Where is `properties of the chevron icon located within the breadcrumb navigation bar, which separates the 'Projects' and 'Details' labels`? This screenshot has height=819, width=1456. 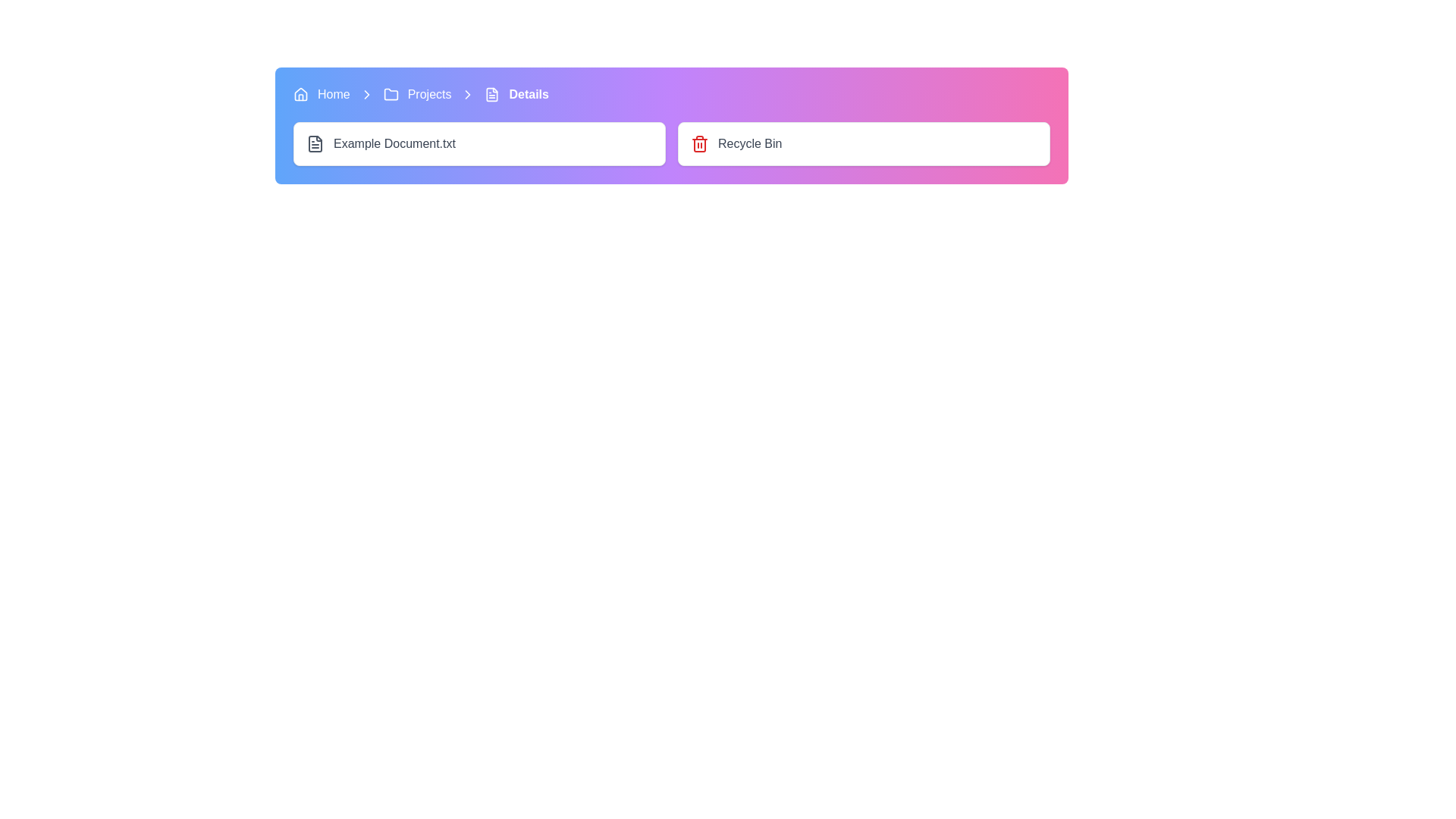
properties of the chevron icon located within the breadcrumb navigation bar, which separates the 'Projects' and 'Details' labels is located at coordinates (366, 94).